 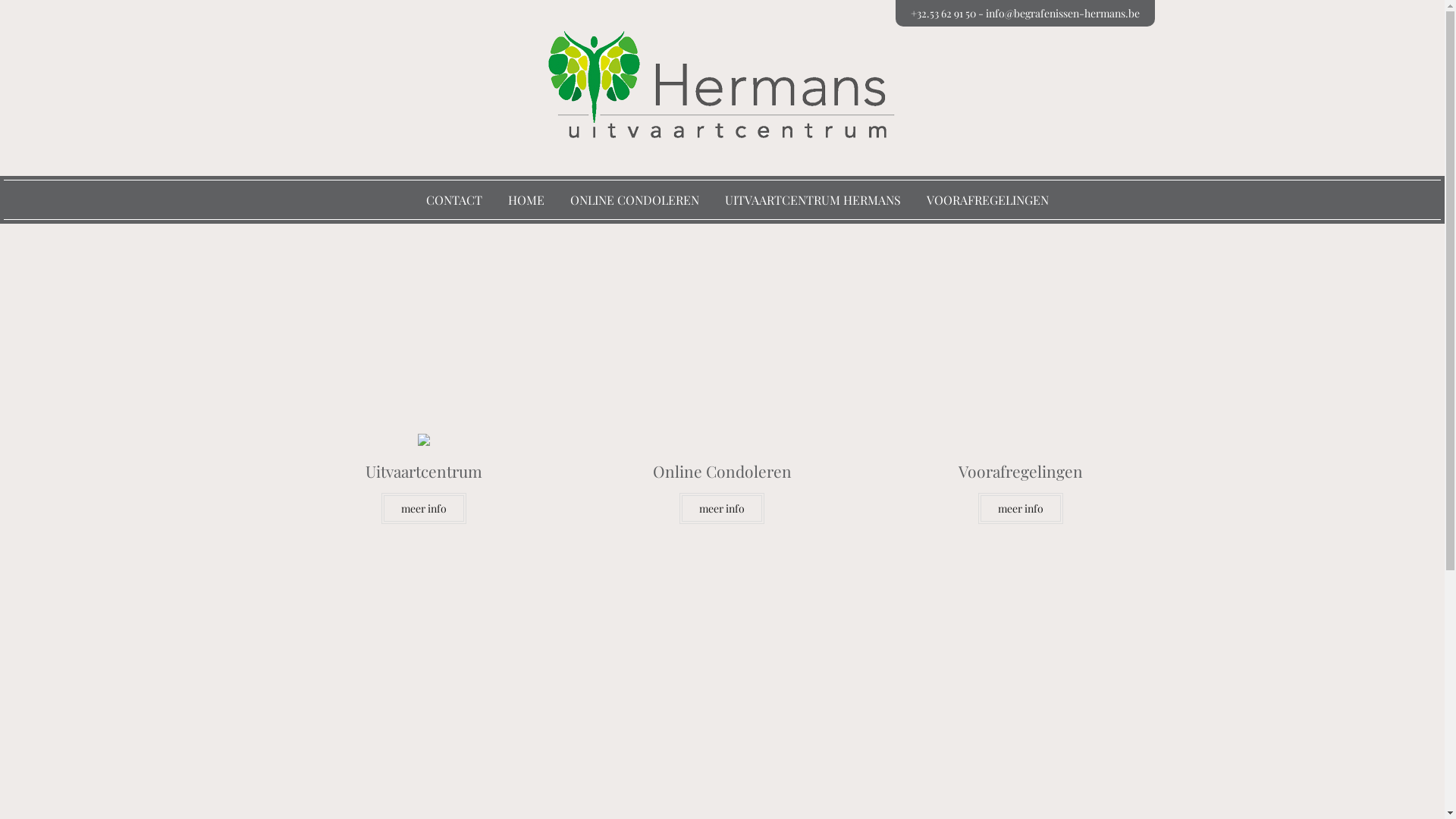 I want to click on 'UITVAARTCENTRUM HERMANS', so click(x=811, y=199).